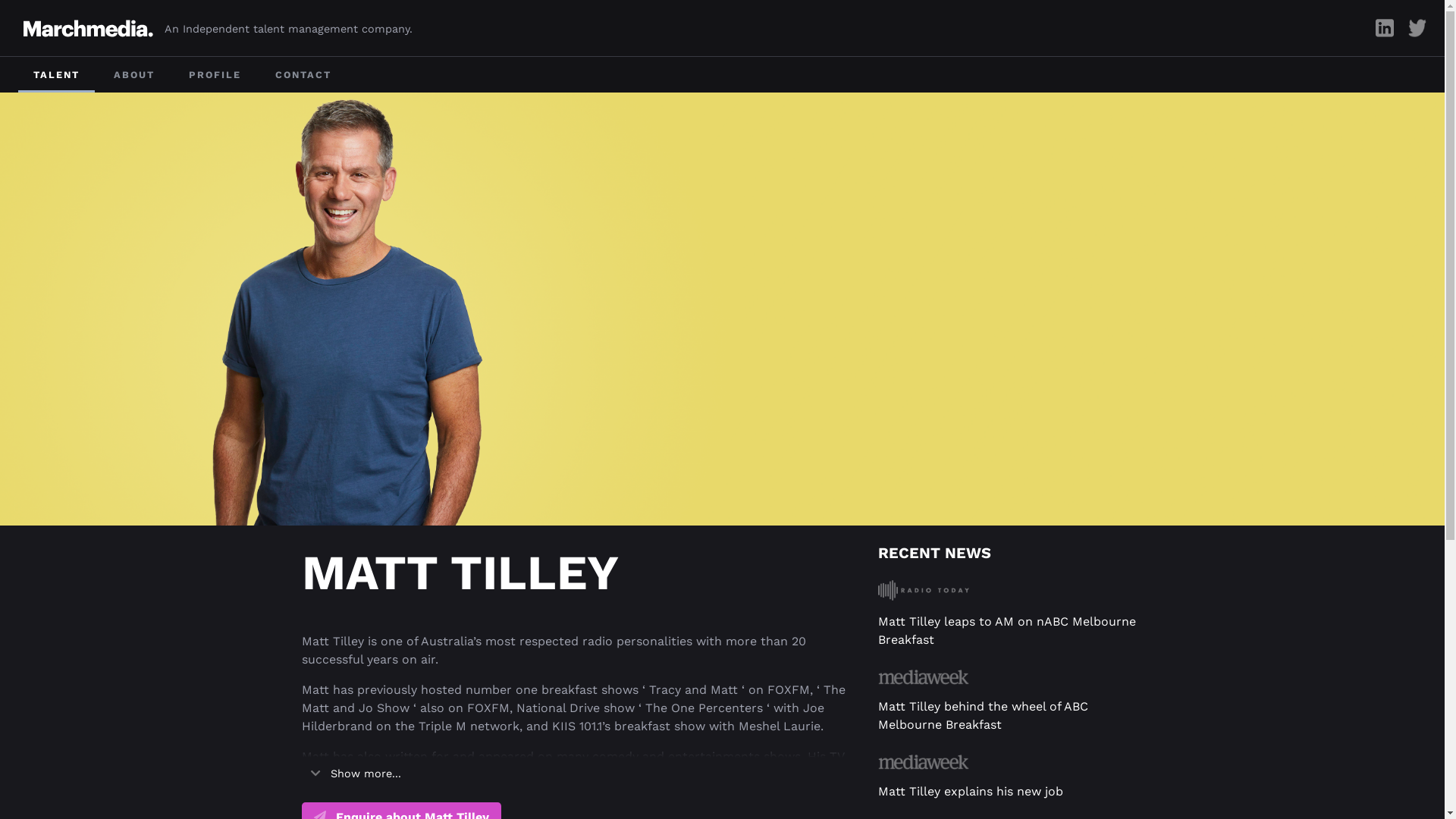 This screenshot has width=1456, height=819. What do you see at coordinates (1007, 630) in the screenshot?
I see `'Matt Tilley leaps to AM on nABC Melbourne Breakfast'` at bounding box center [1007, 630].